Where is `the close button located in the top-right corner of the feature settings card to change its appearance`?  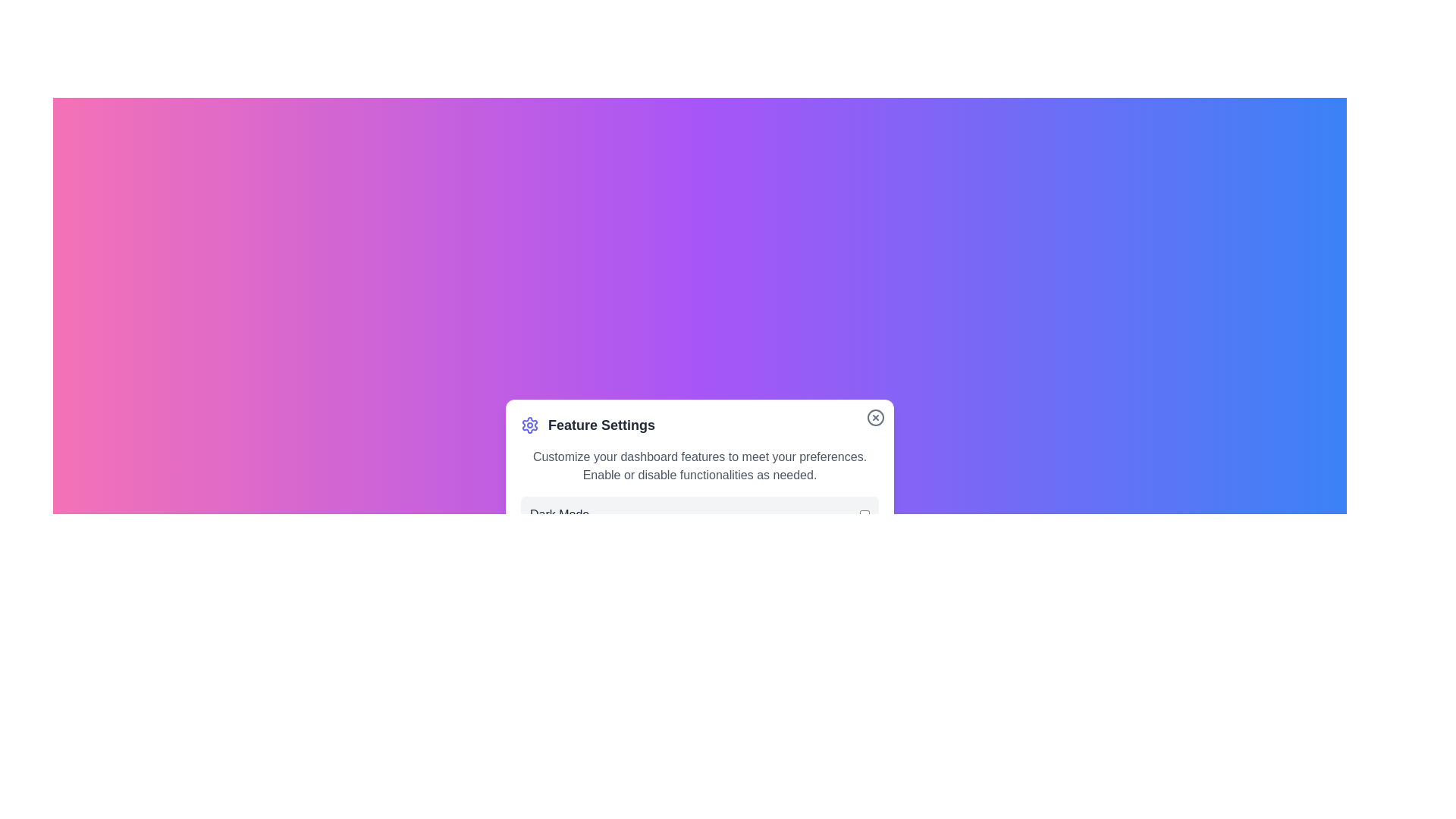 the close button located in the top-right corner of the feature settings card to change its appearance is located at coordinates (876, 418).